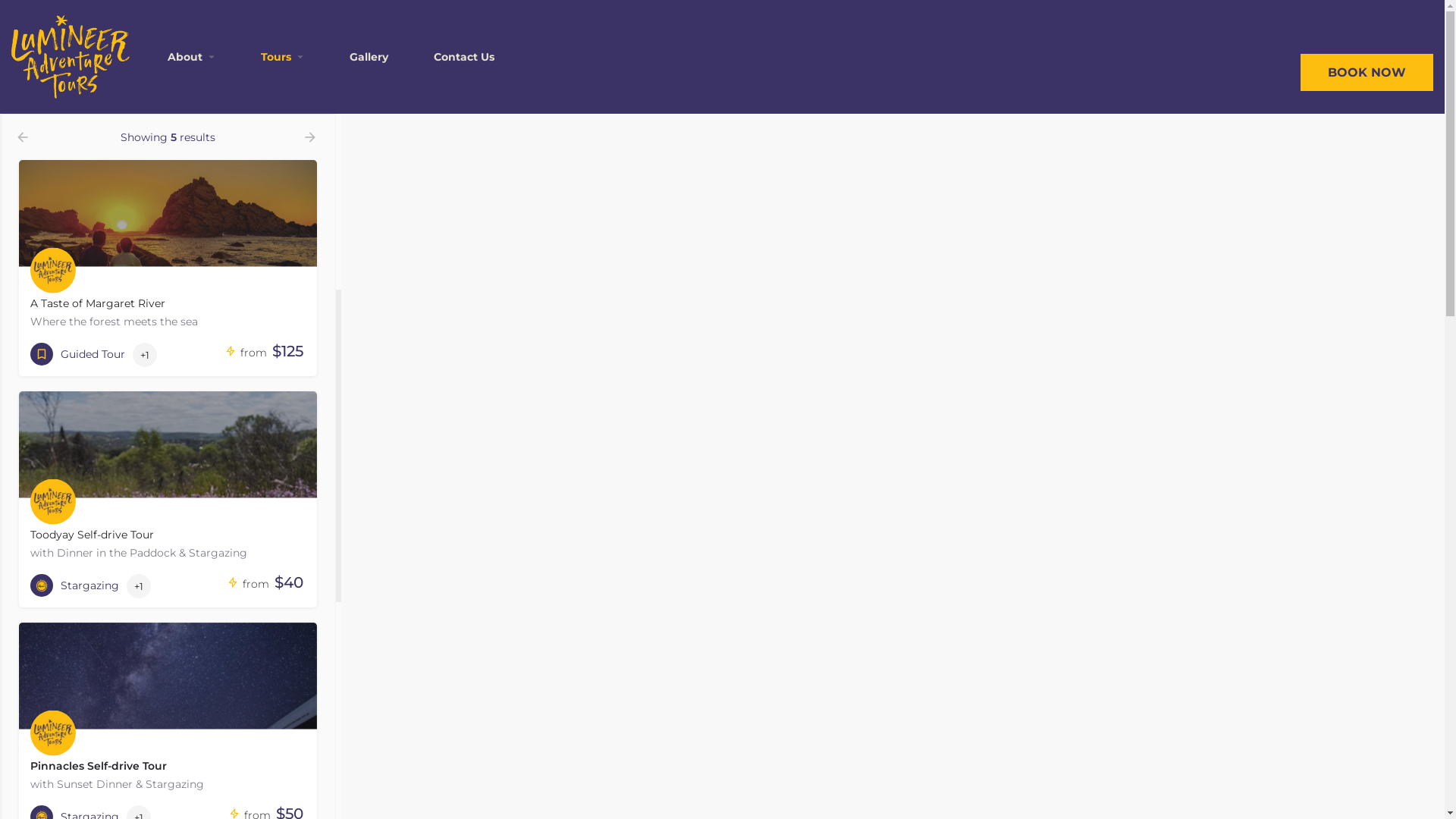 The height and width of the screenshot is (819, 1456). I want to click on 'Tours', so click(261, 55).